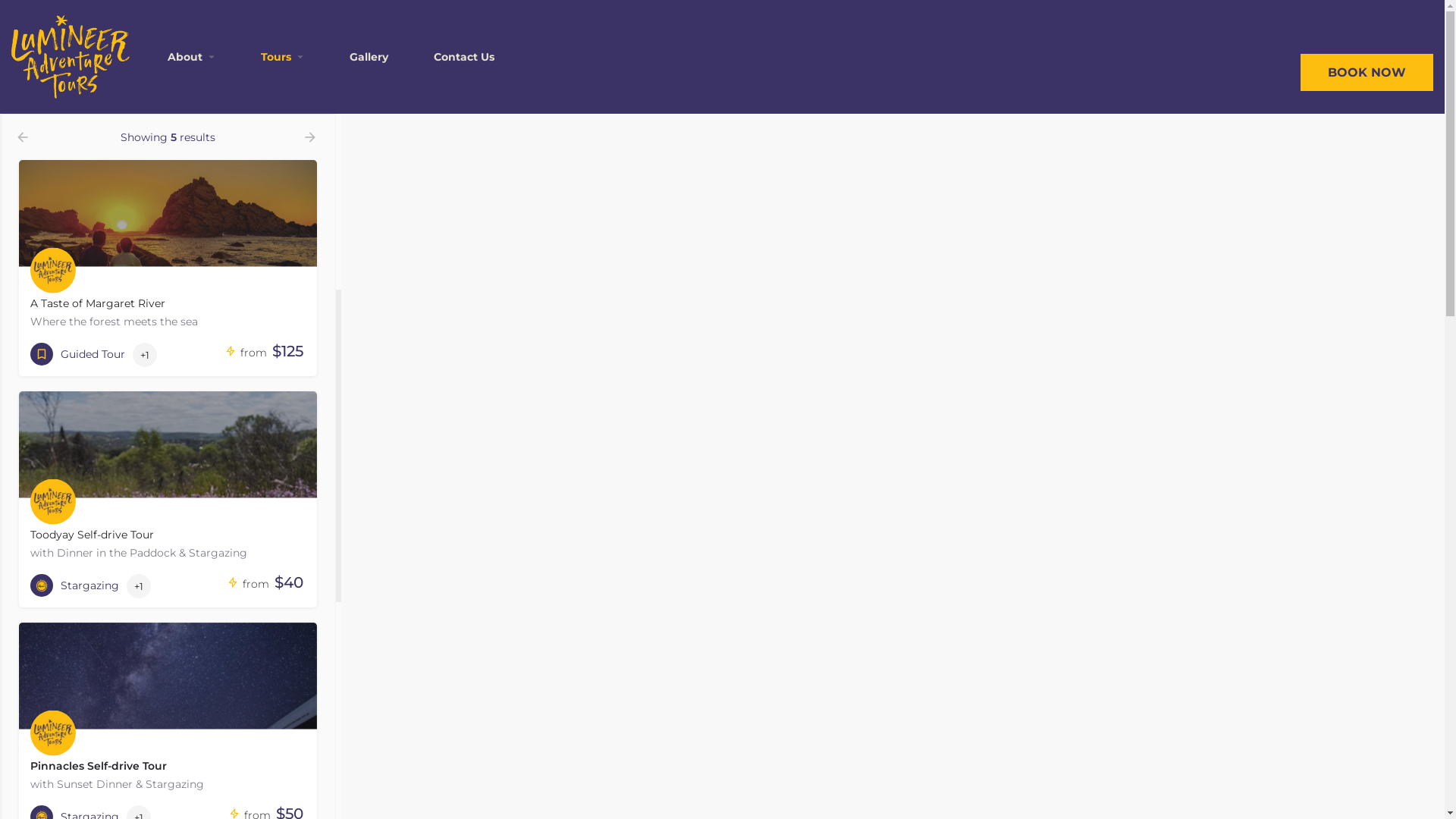 The height and width of the screenshot is (819, 1456). I want to click on 'Tours', so click(261, 55).